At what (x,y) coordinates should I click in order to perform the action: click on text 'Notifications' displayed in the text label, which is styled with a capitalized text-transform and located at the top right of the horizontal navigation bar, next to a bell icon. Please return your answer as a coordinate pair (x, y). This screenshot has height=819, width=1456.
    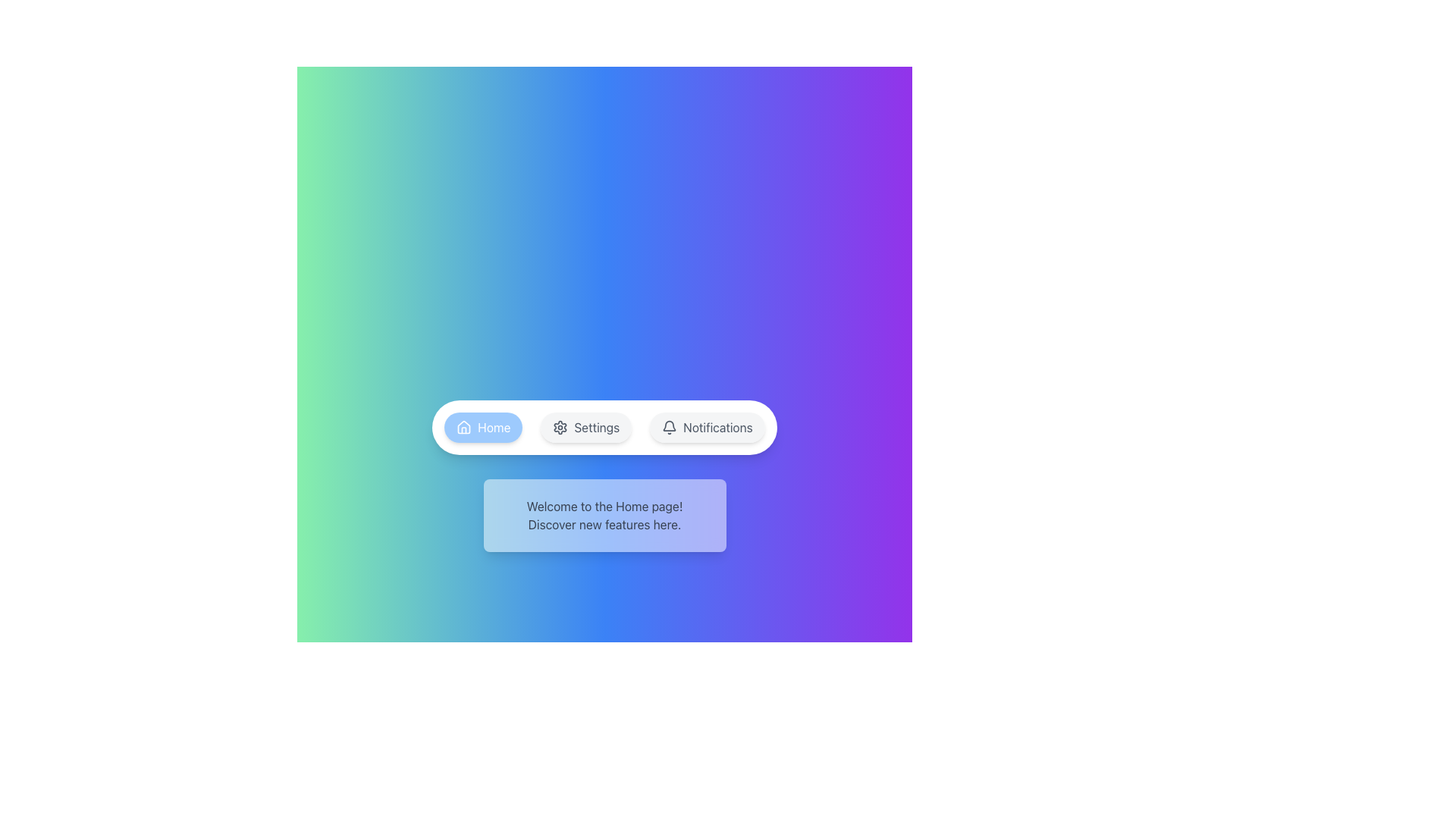
    Looking at the image, I should click on (717, 427).